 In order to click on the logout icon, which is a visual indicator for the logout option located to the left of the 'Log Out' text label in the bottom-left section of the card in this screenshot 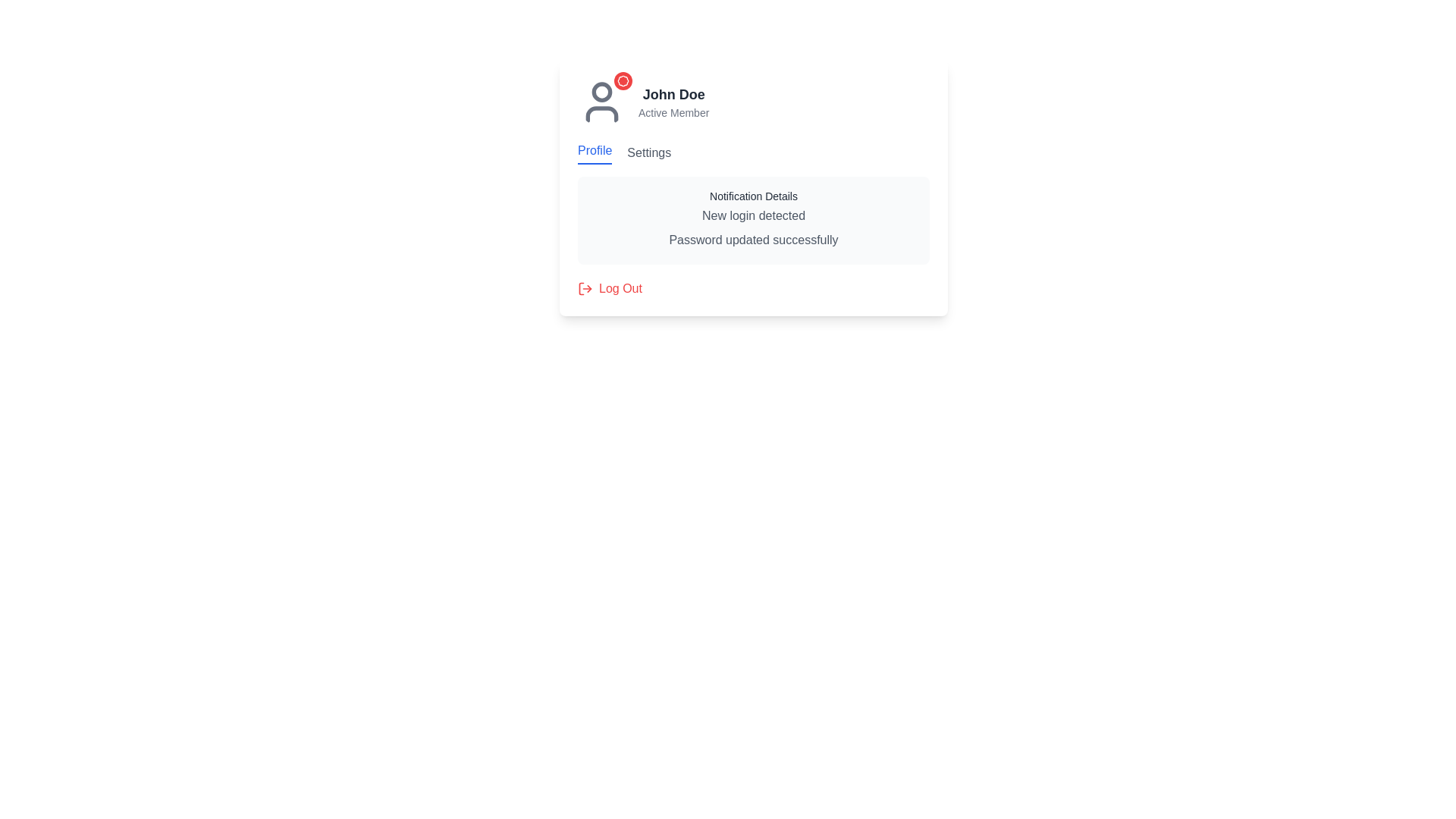, I will do `click(585, 289)`.